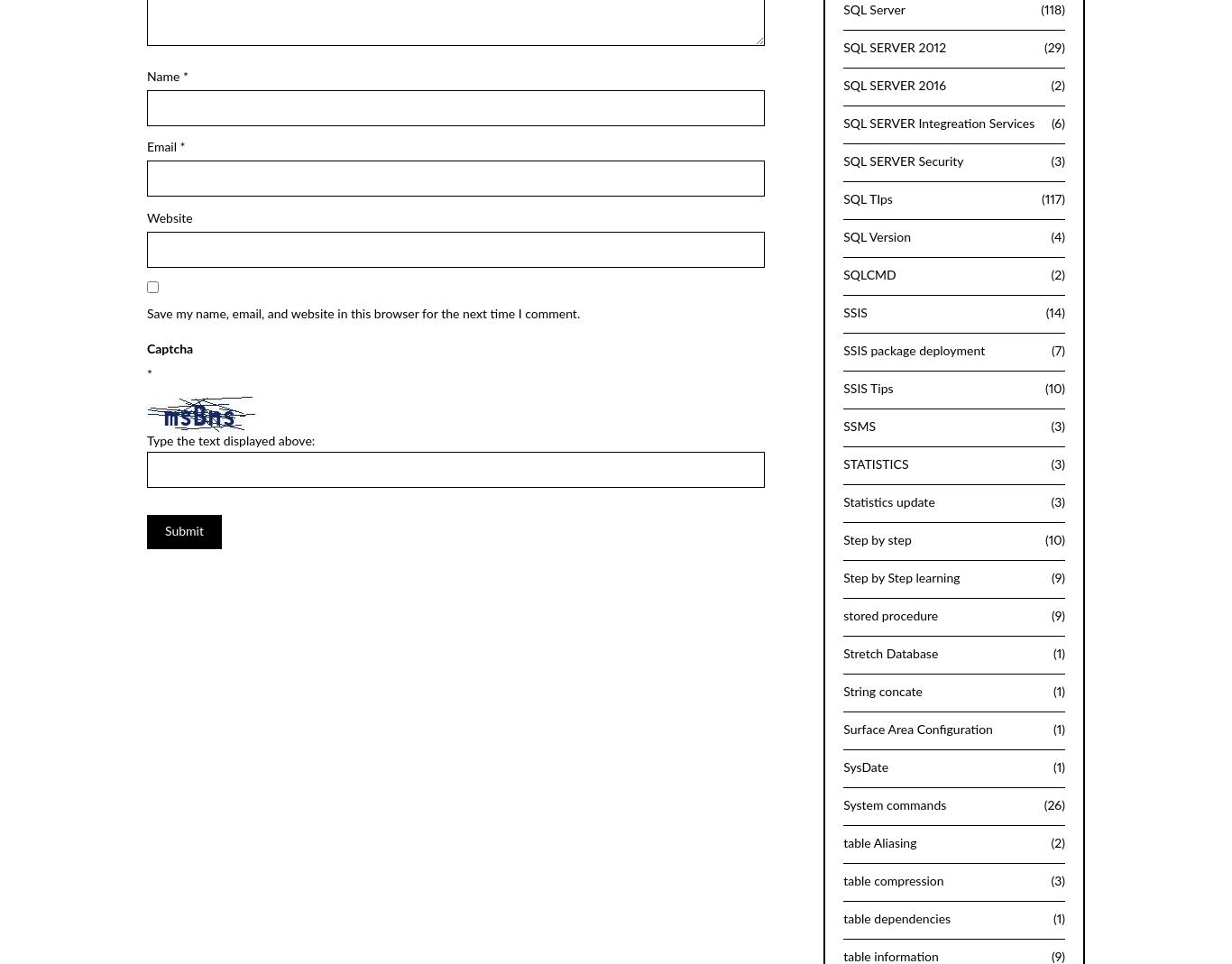 The image size is (1232, 964). What do you see at coordinates (868, 388) in the screenshot?
I see `'SSIS Tips'` at bounding box center [868, 388].